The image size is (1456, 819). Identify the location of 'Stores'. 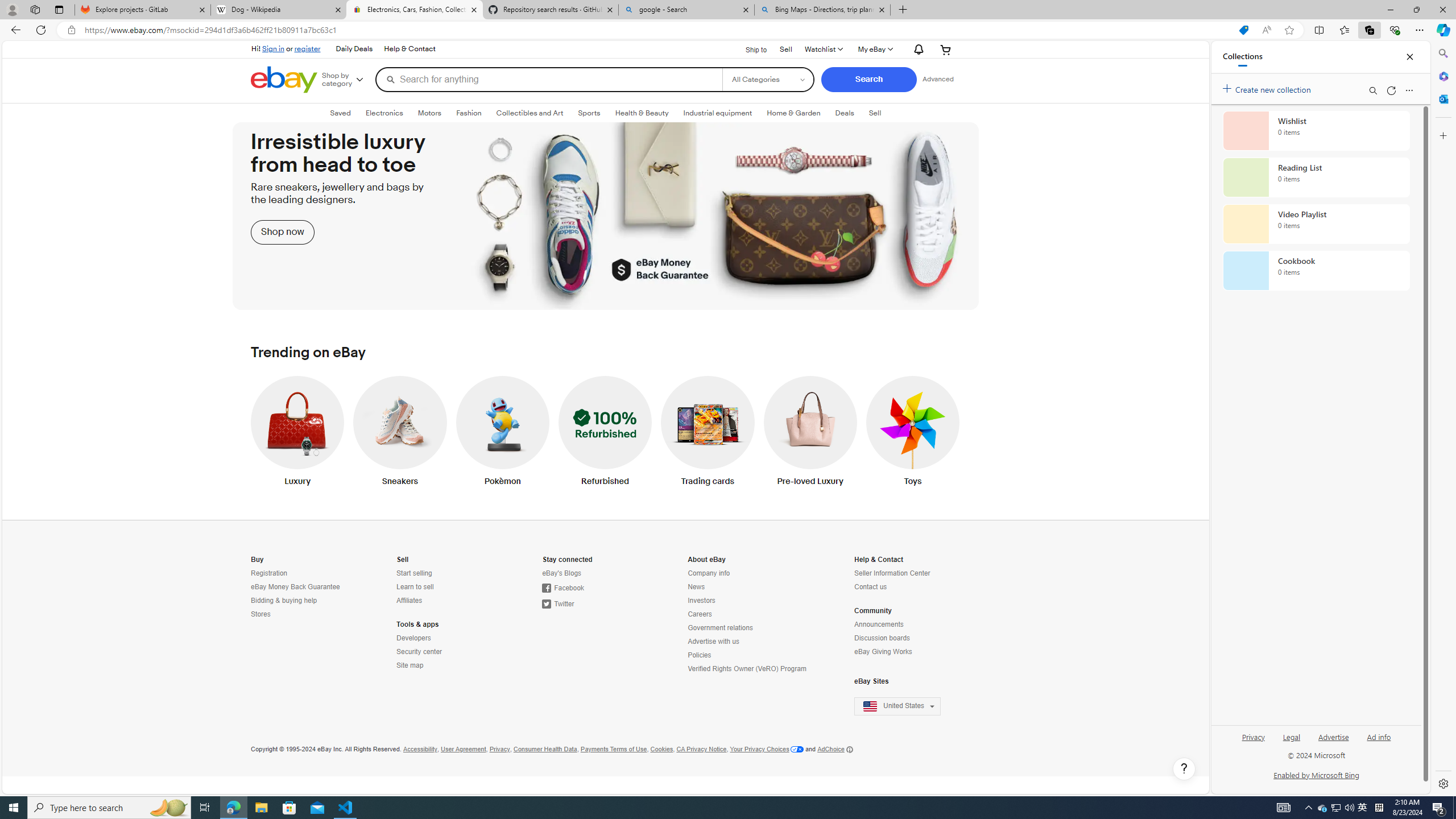
(260, 614).